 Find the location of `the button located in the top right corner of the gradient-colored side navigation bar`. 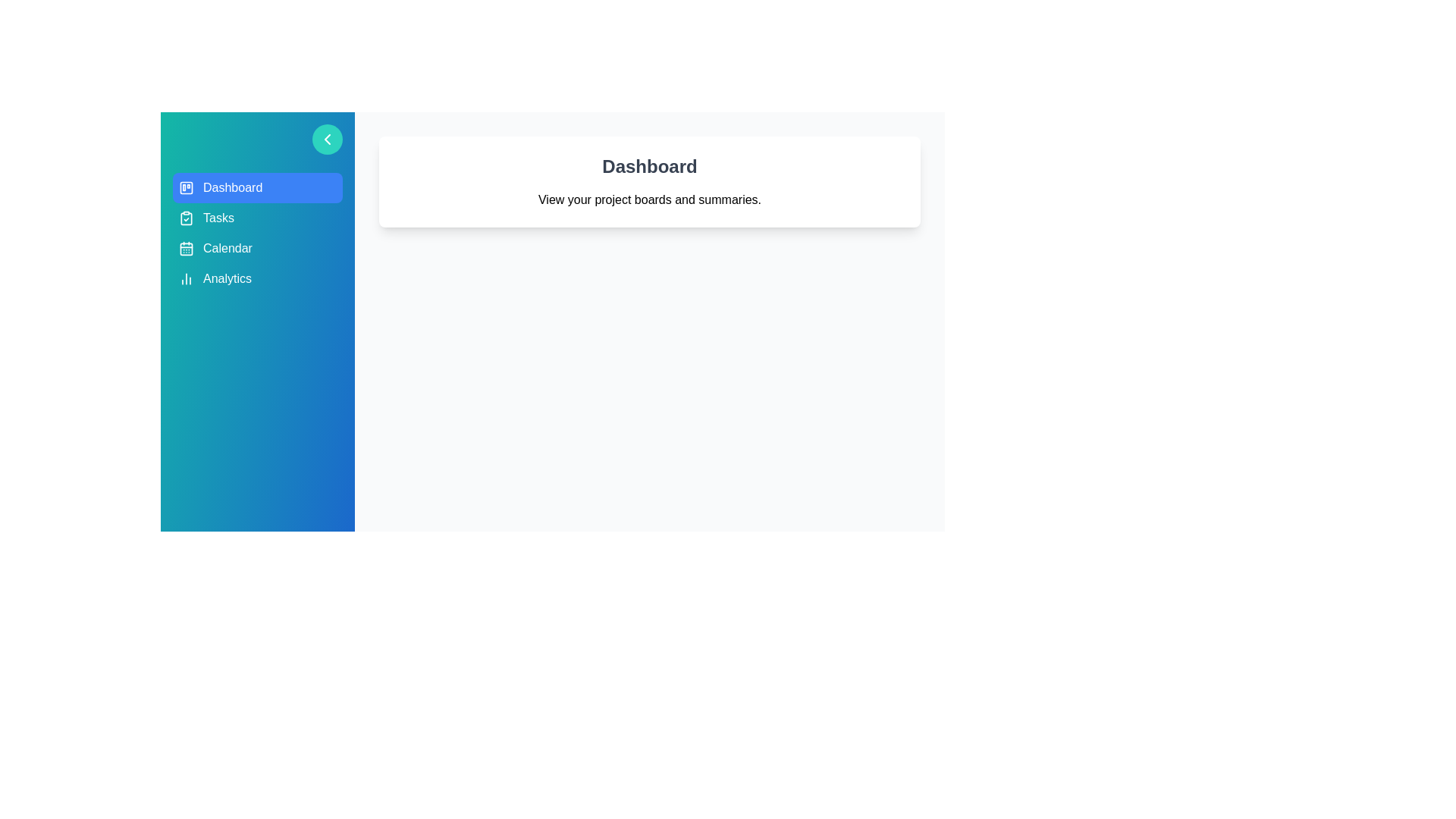

the button located in the top right corner of the gradient-colored side navigation bar is located at coordinates (327, 140).